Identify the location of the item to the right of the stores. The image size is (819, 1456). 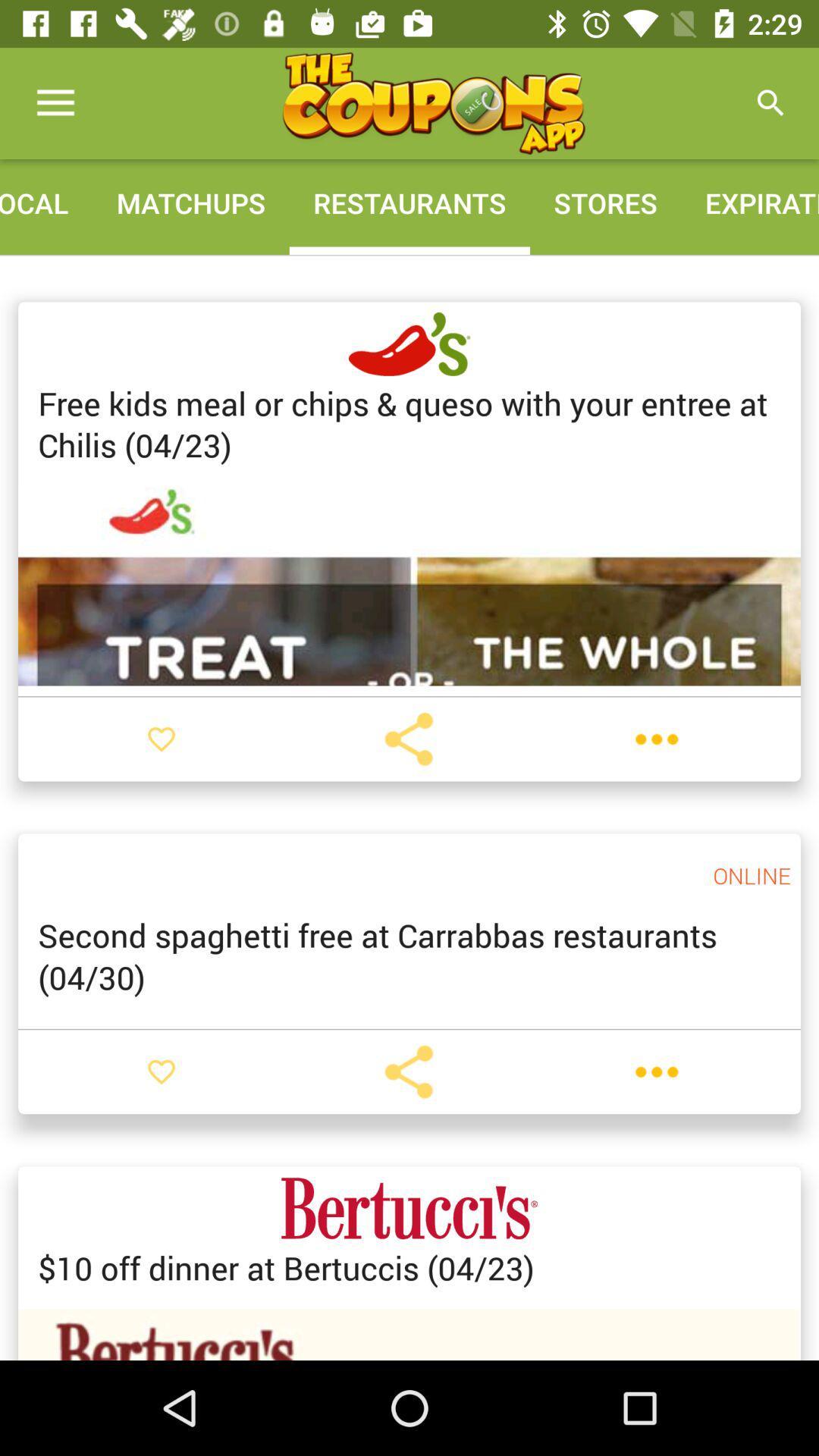
(771, 102).